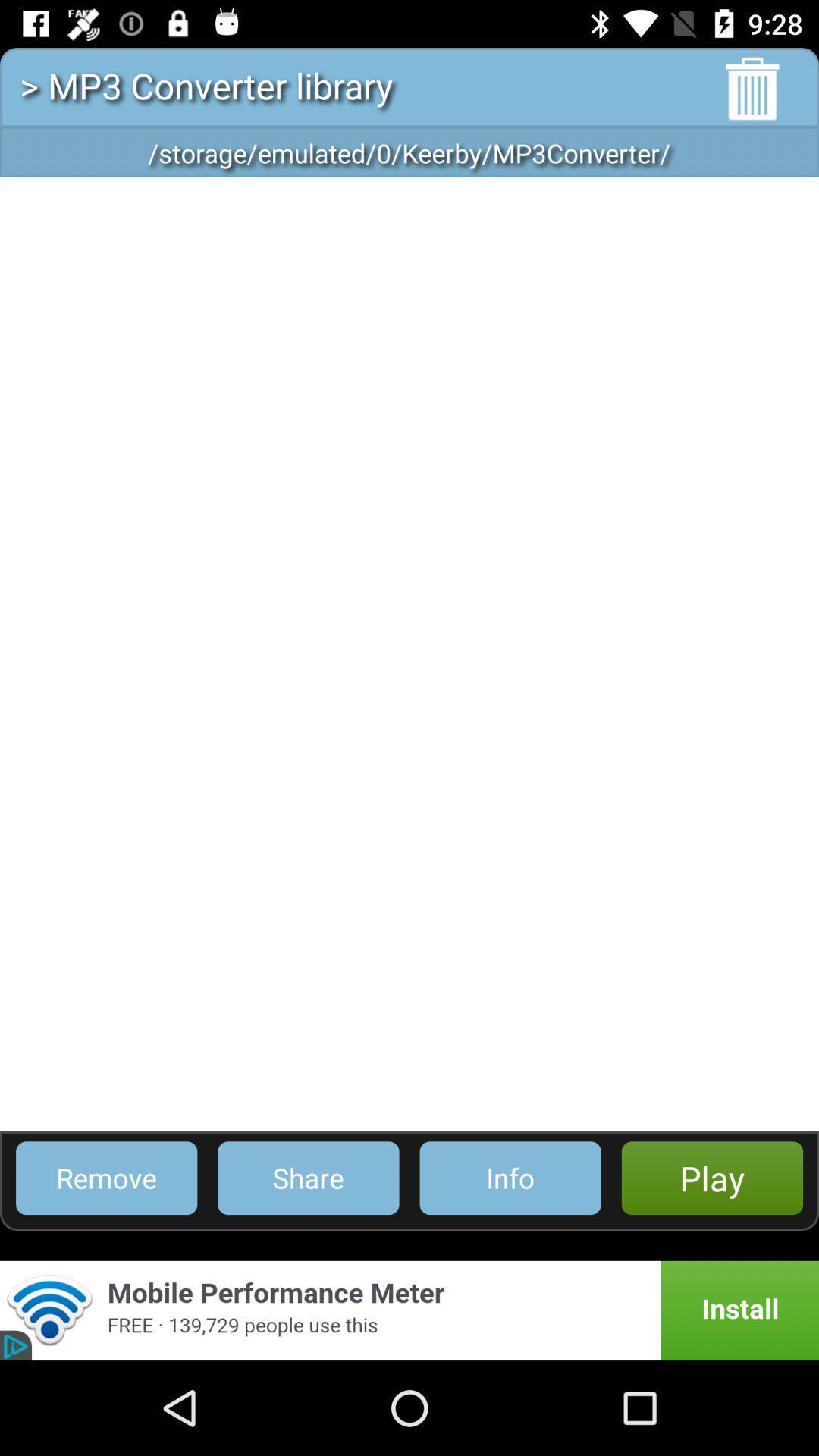  Describe the element at coordinates (105, 1177) in the screenshot. I see `the remove item` at that location.